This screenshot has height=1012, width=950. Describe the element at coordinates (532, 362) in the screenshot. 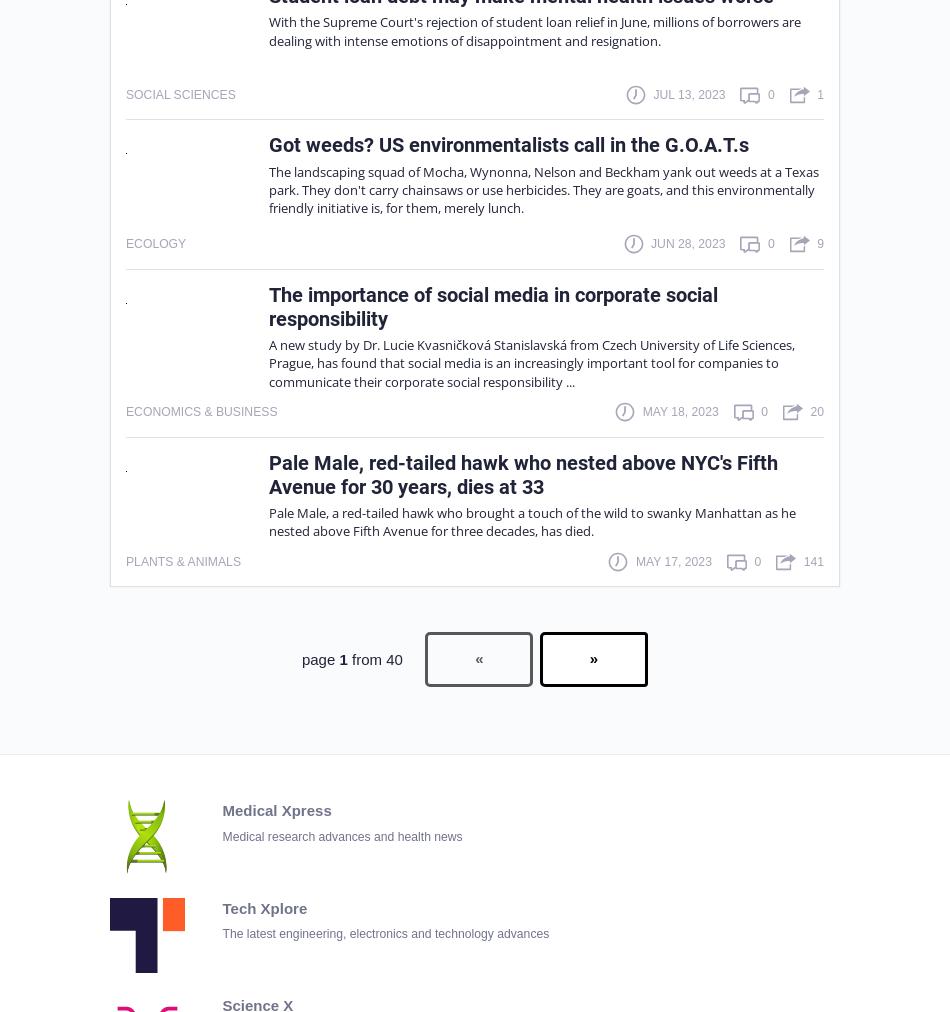

I see `'A new study by Dr. Lucie Kvasničková Stanislavská from Czech University of Life Sciences, Prague, has found that social media is an increasingly important tool for companies to communicate their corporate social responsibility ...'` at that location.